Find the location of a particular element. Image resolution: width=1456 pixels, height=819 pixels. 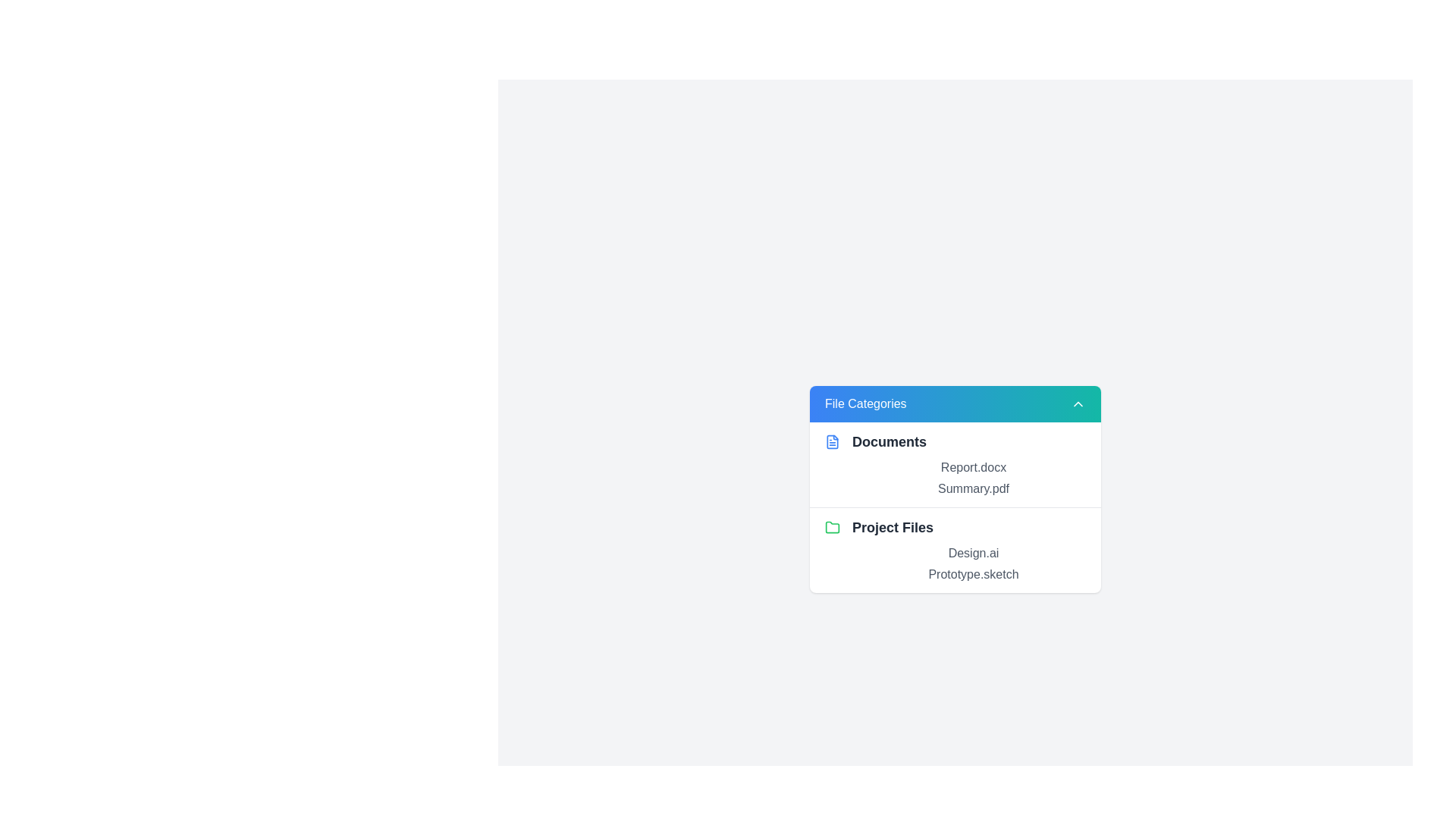

the list item displaying 'Design.ai' and 'Prototype.sketch' under the 'Project Files' heading is located at coordinates (954, 563).